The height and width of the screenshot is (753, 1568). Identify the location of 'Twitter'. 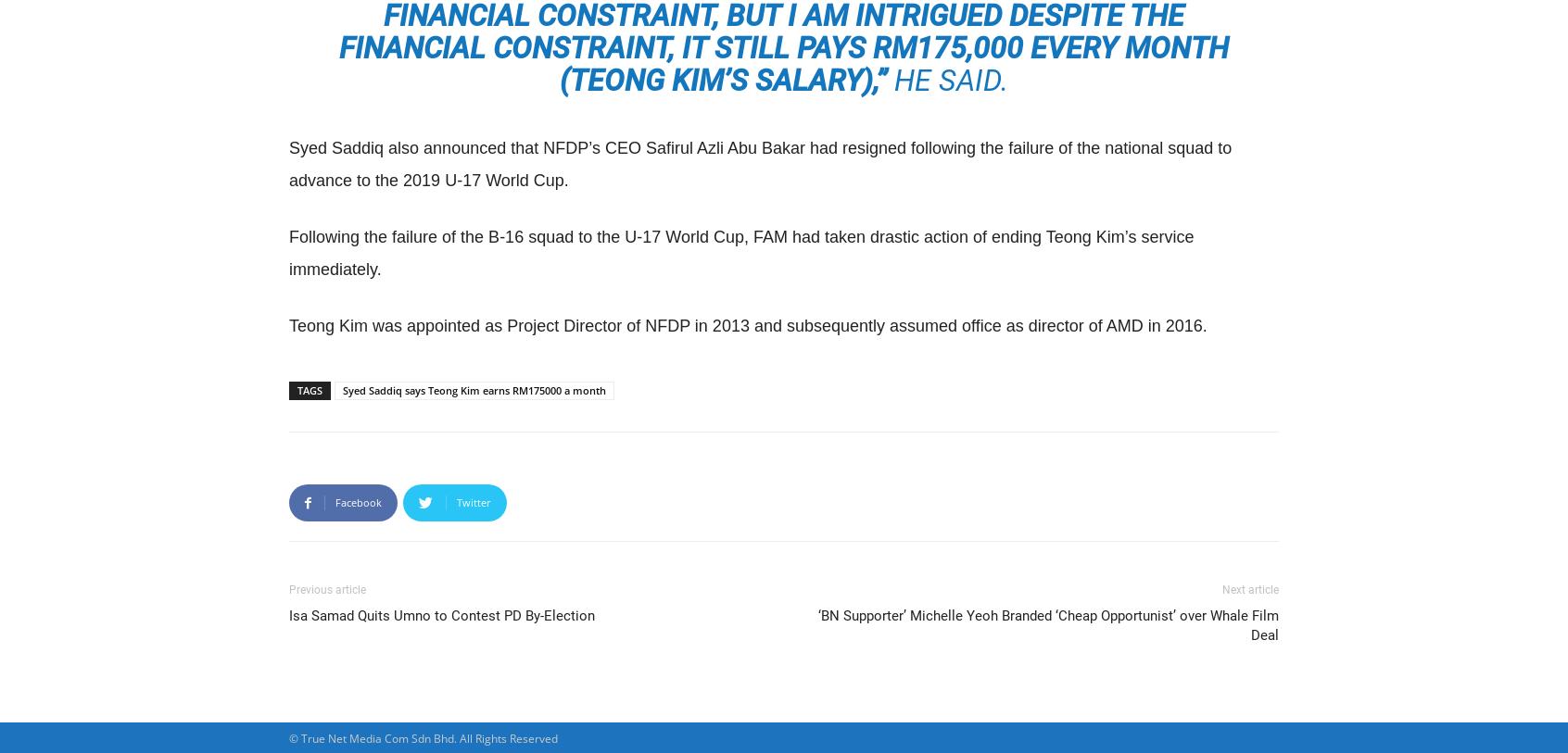
(474, 502).